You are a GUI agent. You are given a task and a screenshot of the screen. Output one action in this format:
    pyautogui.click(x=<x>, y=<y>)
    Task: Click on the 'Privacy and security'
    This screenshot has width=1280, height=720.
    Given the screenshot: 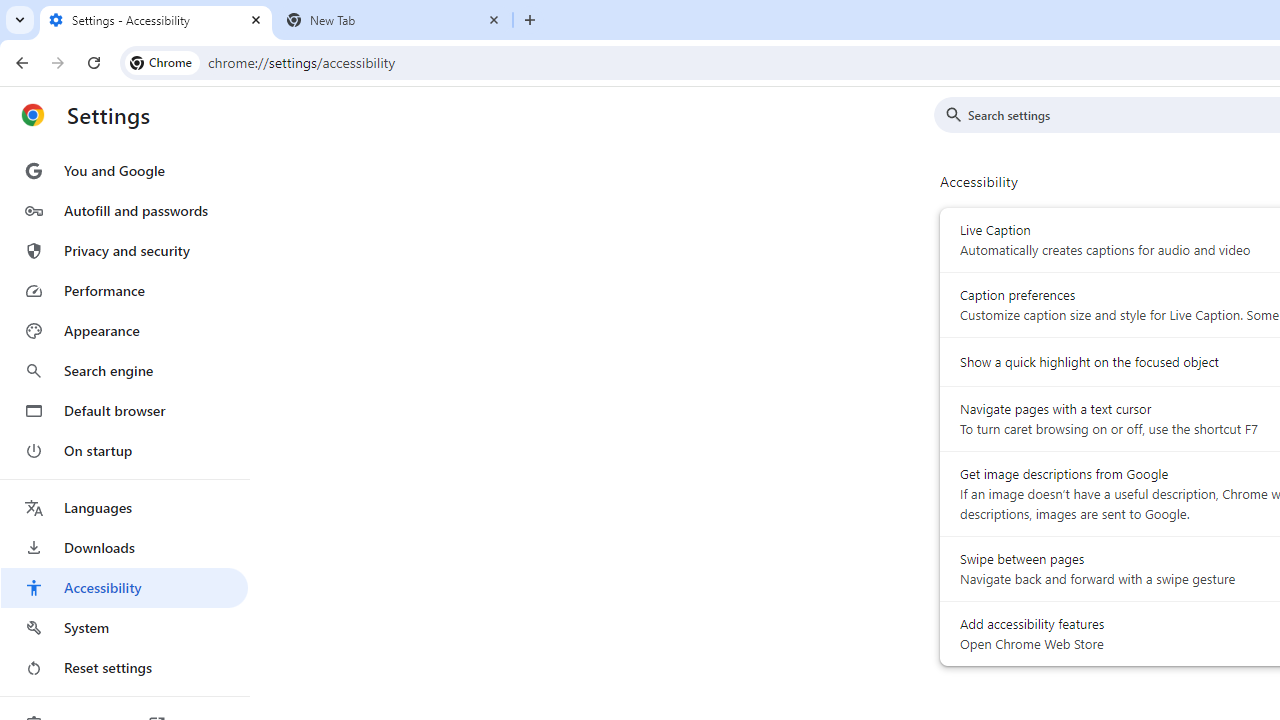 What is the action you would take?
    pyautogui.click(x=123, y=249)
    